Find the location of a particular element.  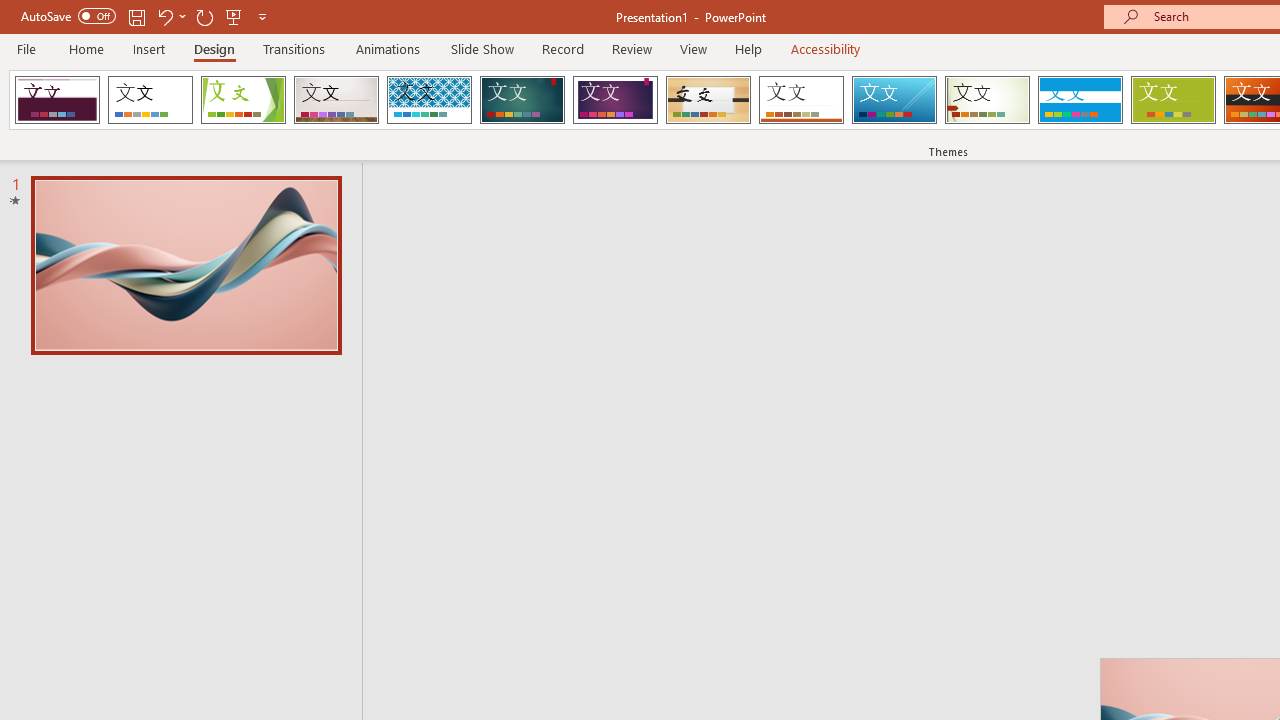

'Ion Boardroom' is located at coordinates (614, 100).